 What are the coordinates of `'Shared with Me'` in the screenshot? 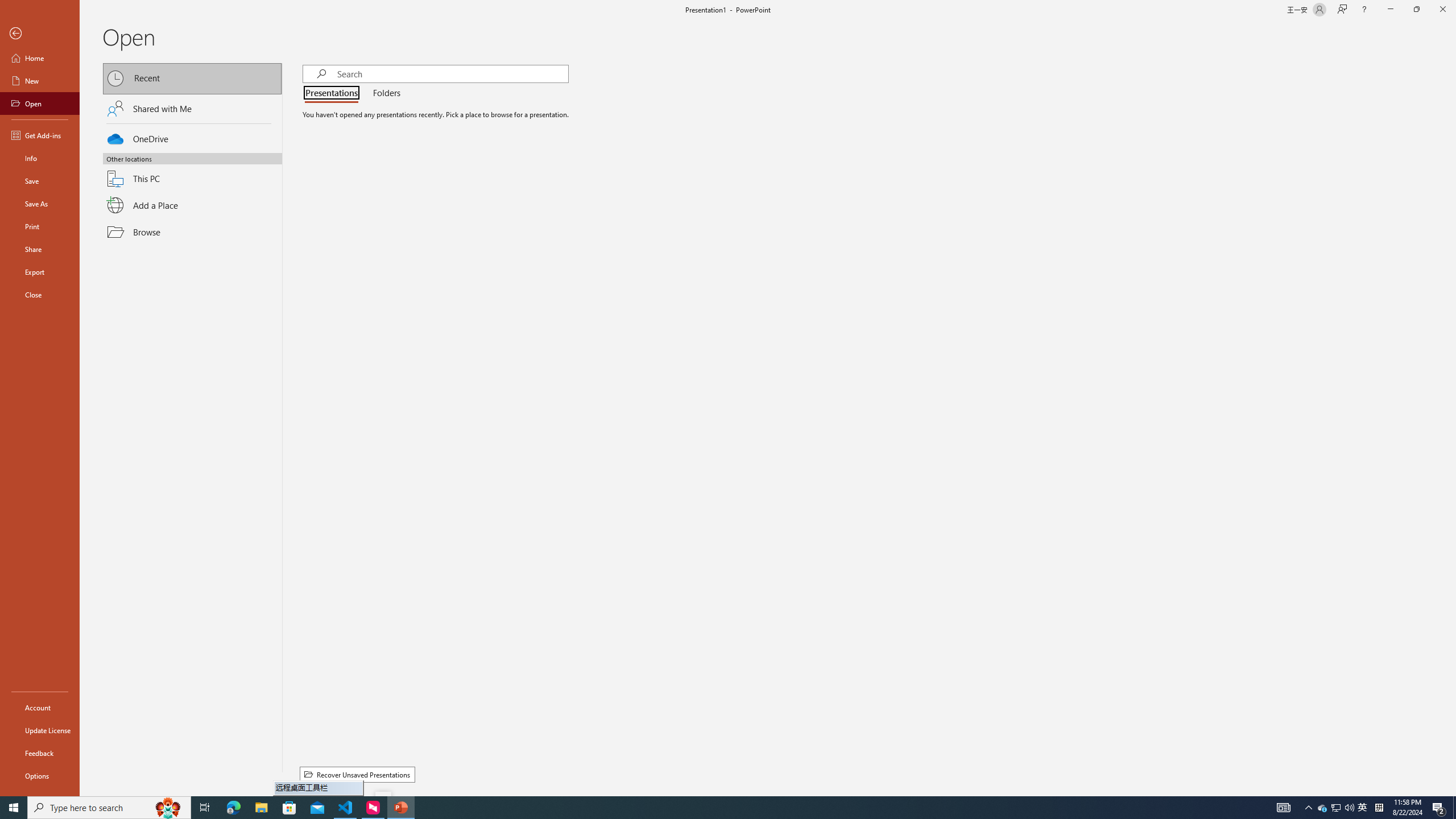 It's located at (192, 107).